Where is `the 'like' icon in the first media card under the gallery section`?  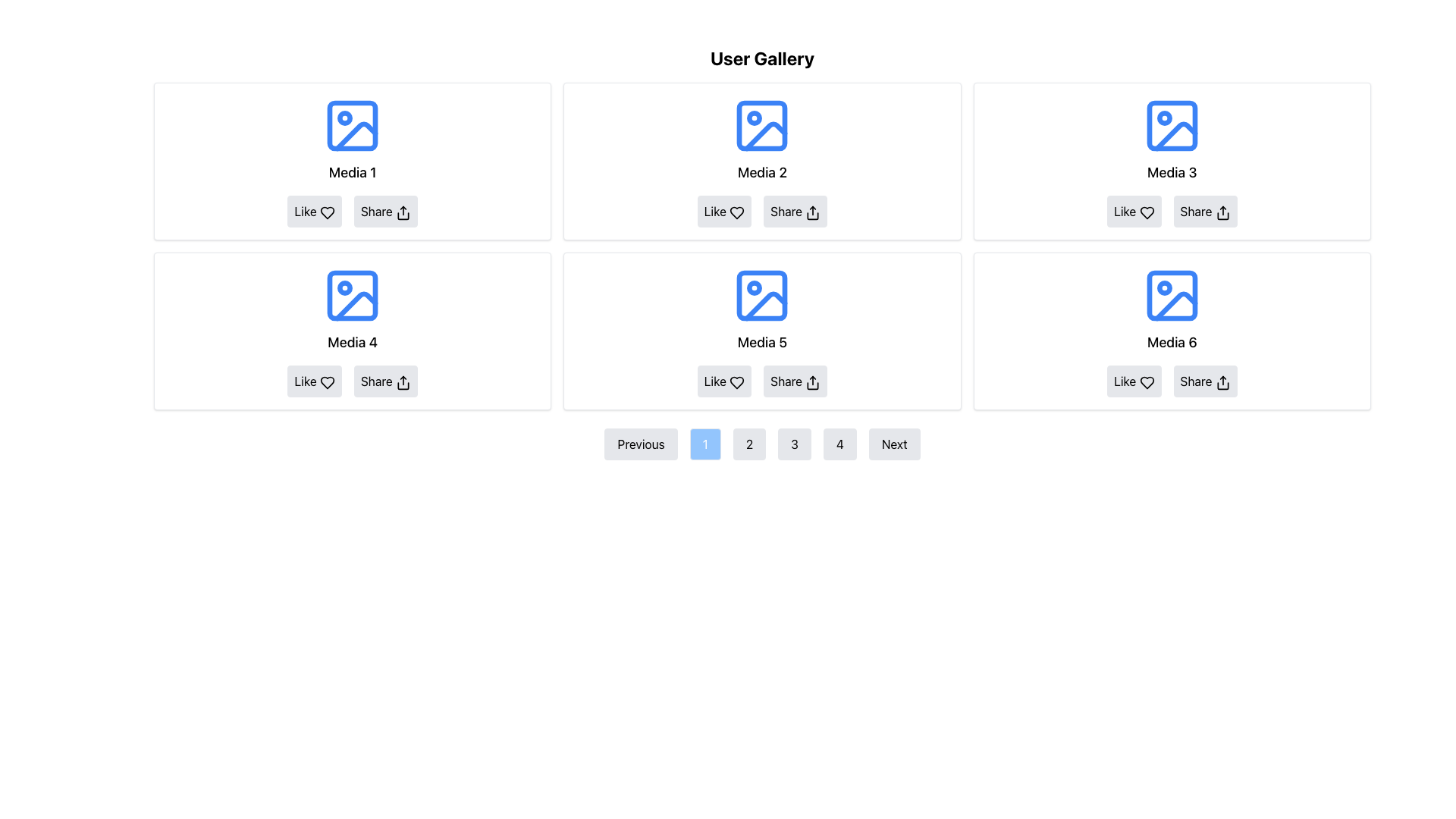
the 'like' icon in the first media card under the gallery section is located at coordinates (326, 212).